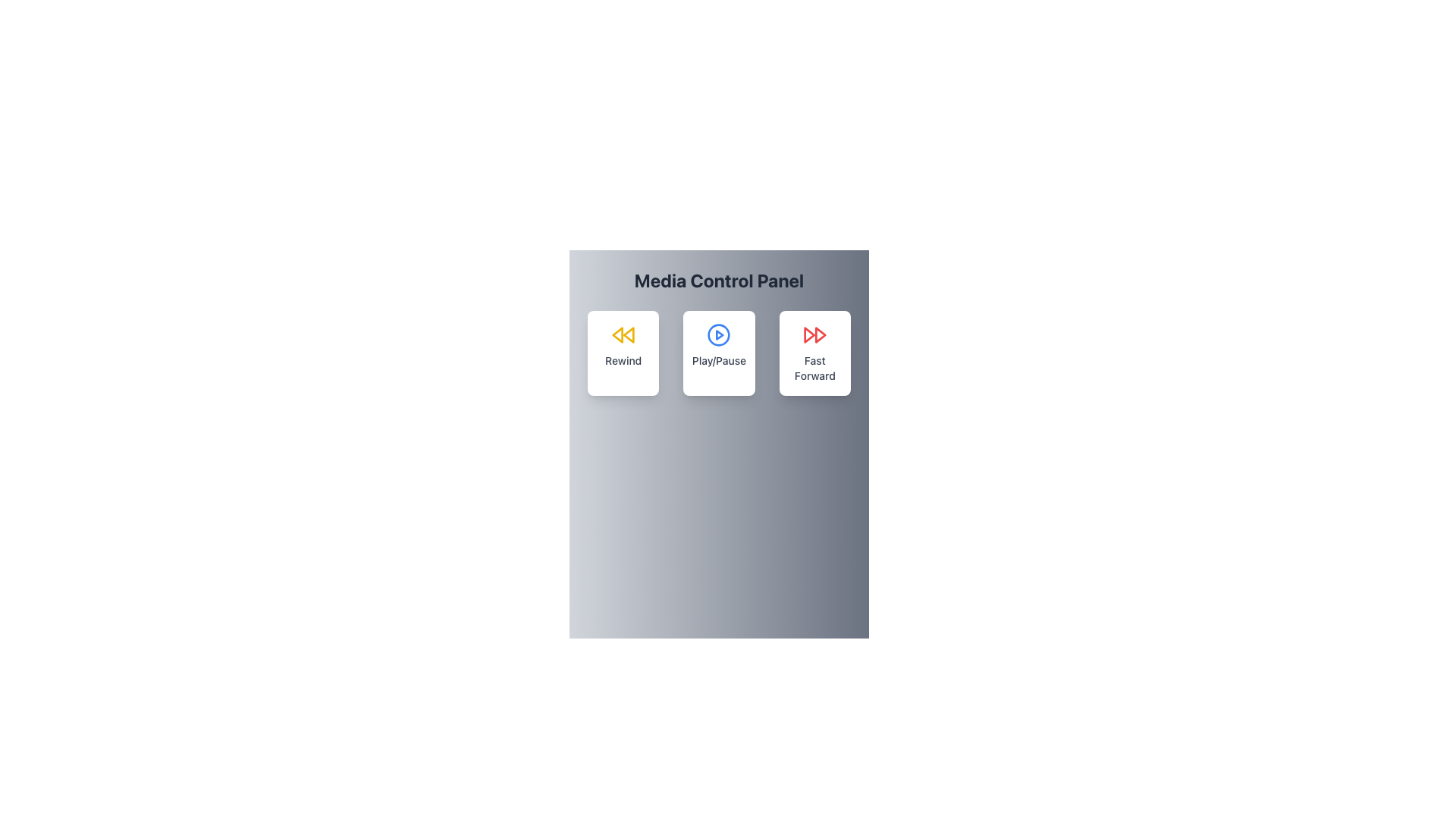  I want to click on the 'Rewind' text label, which is styled in a smaller font size and gray color, positioned below the icon of two backward arrows in the first card of a horizontally arranged group of three cards, so click(623, 360).